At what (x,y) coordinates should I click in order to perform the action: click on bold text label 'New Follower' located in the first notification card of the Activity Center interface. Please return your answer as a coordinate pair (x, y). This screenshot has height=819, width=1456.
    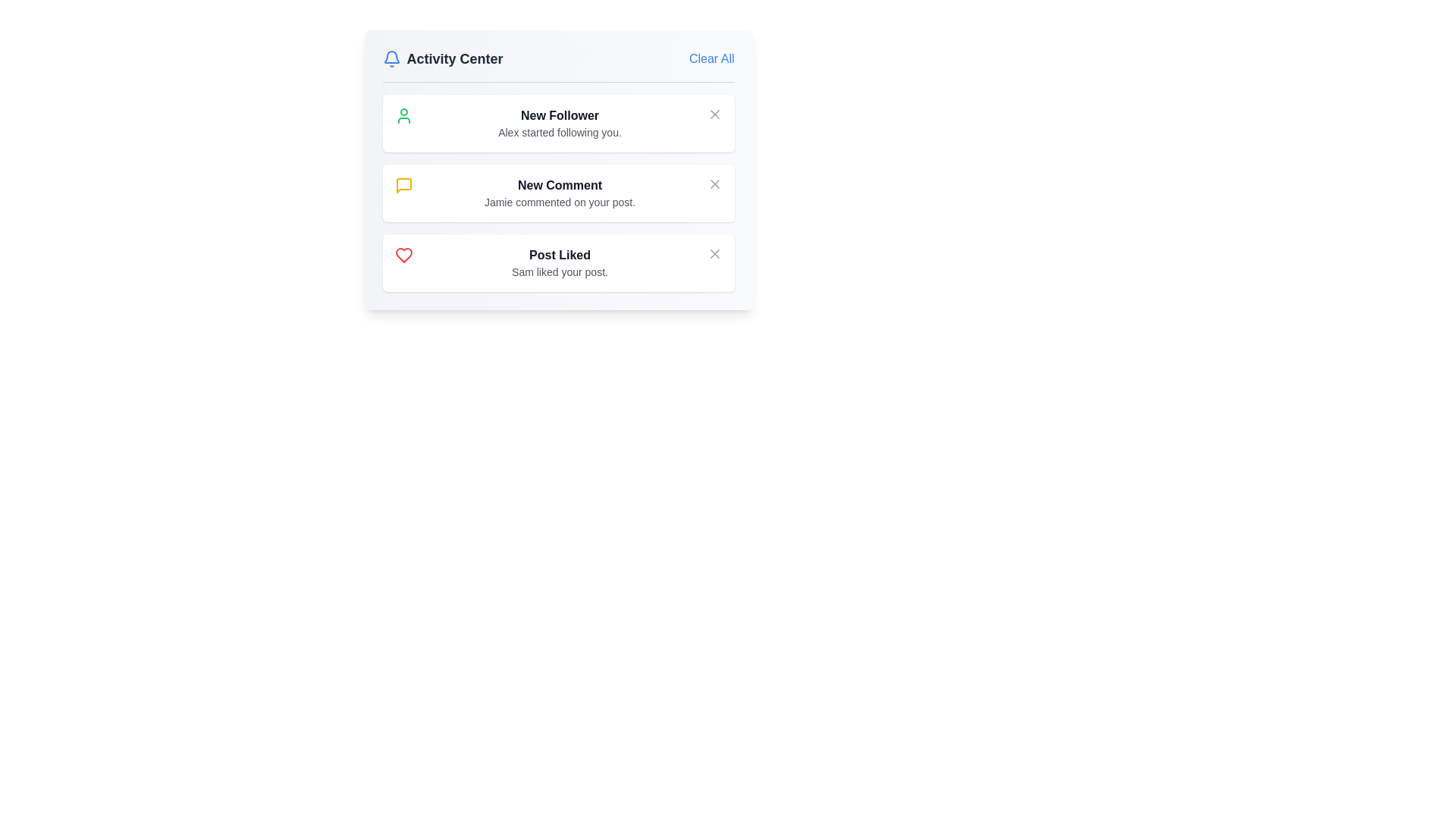
    Looking at the image, I should click on (559, 115).